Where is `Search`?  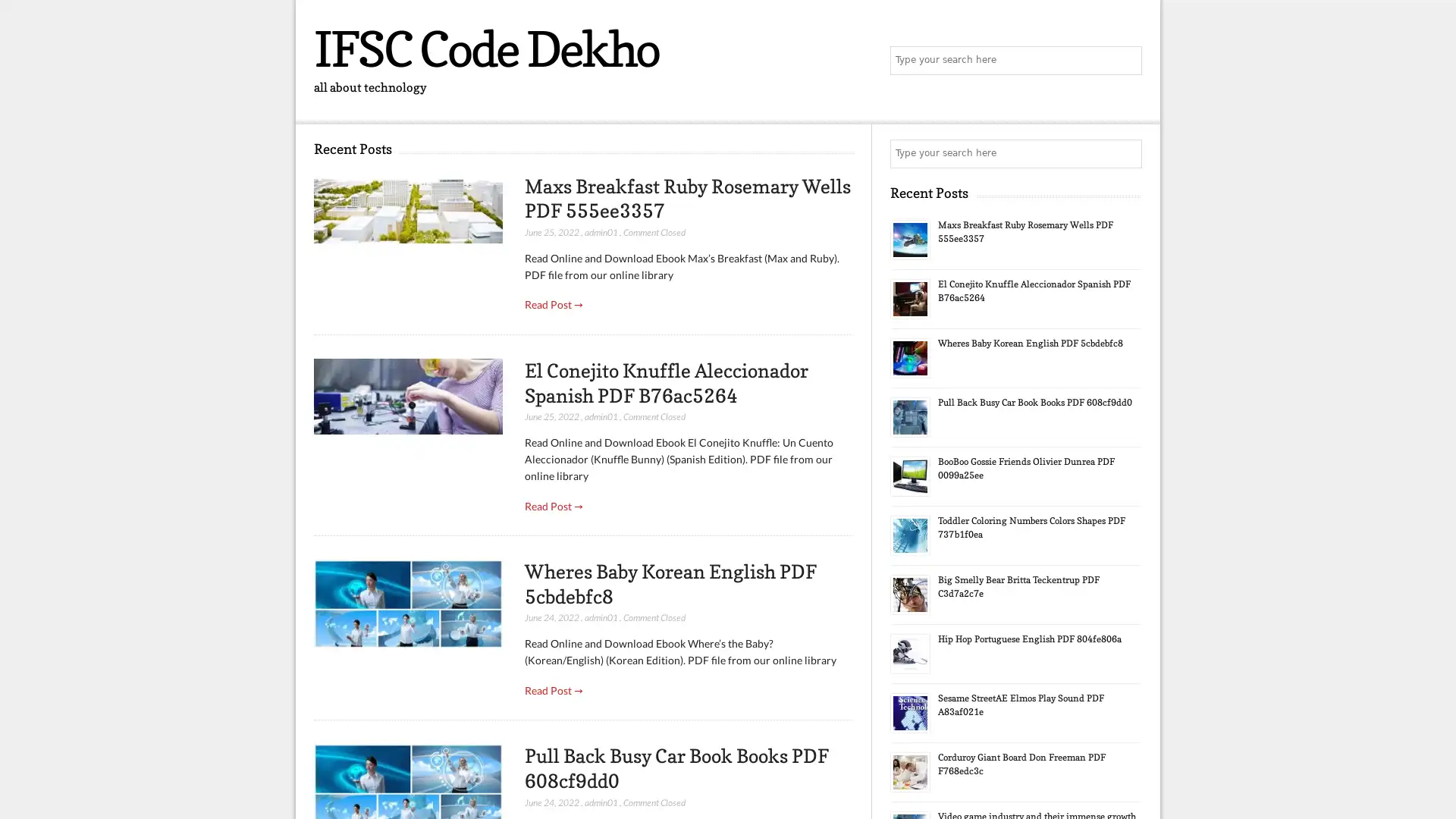 Search is located at coordinates (1126, 61).